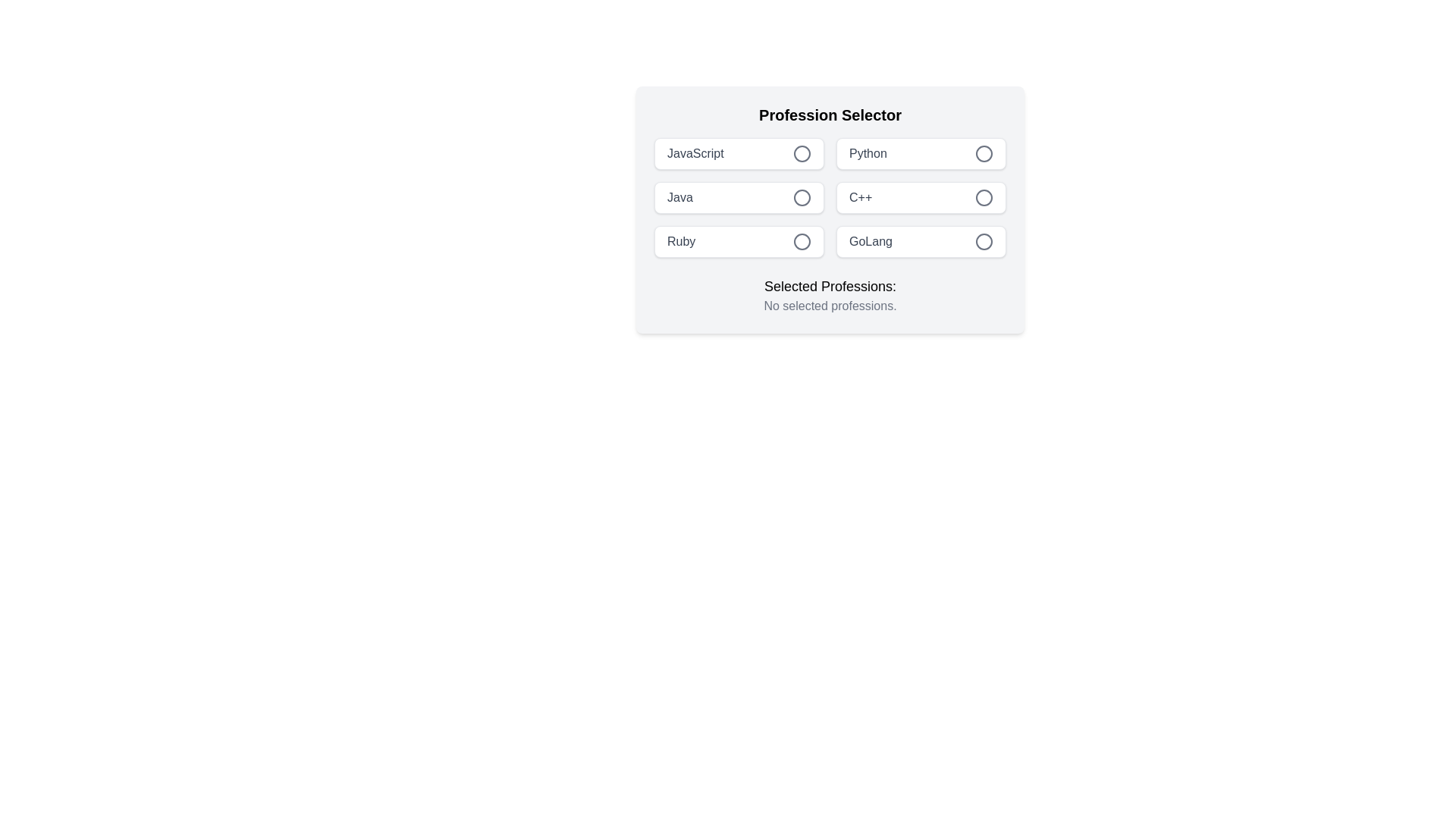 Image resolution: width=1456 pixels, height=819 pixels. What do you see at coordinates (739, 197) in the screenshot?
I see `the 'Java' selectable list item with a radio button` at bounding box center [739, 197].